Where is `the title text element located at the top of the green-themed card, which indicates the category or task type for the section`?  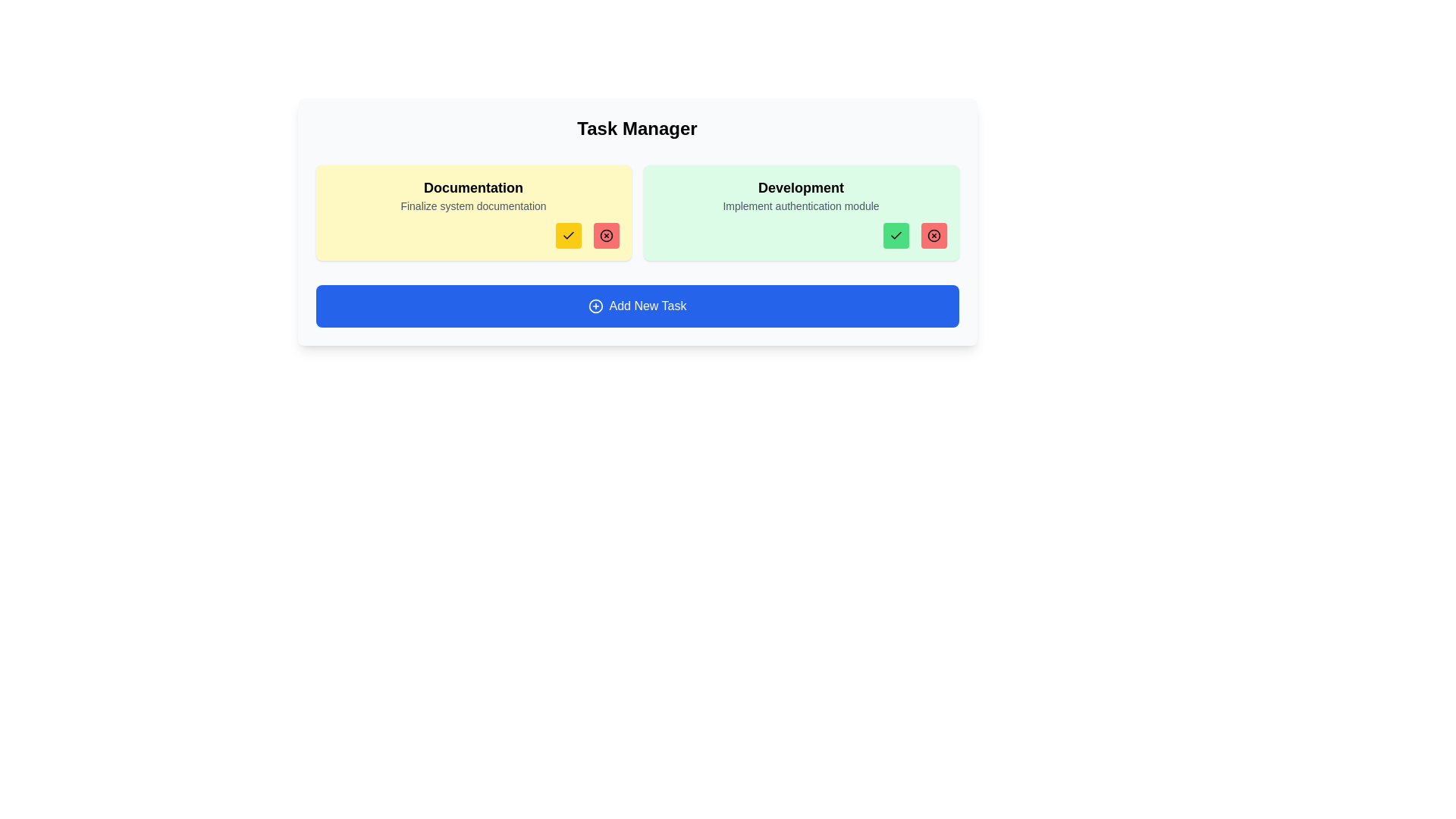 the title text element located at the top of the green-themed card, which indicates the category or task type for the section is located at coordinates (800, 187).